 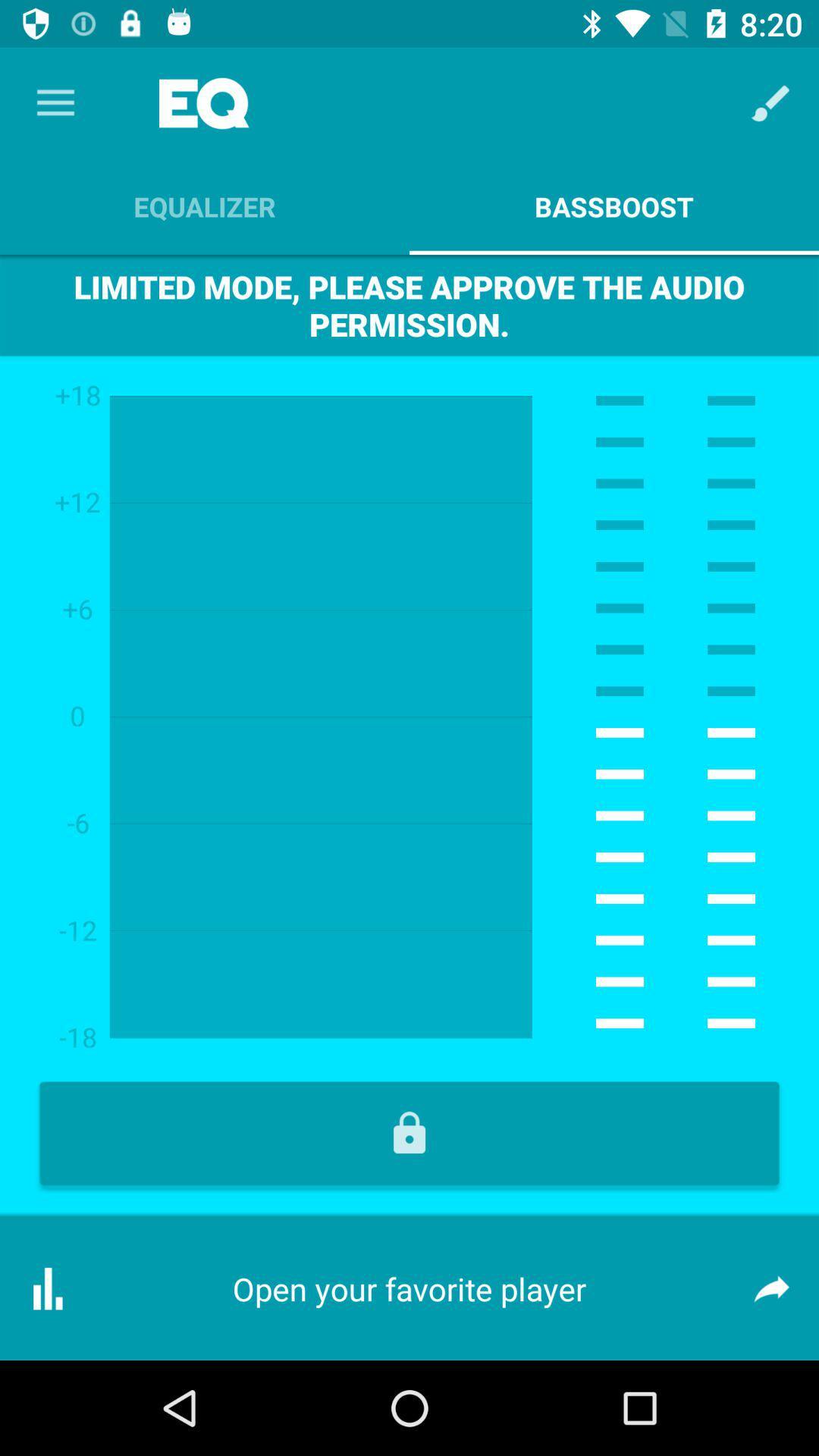 I want to click on paint icon at the top, so click(x=771, y=103).